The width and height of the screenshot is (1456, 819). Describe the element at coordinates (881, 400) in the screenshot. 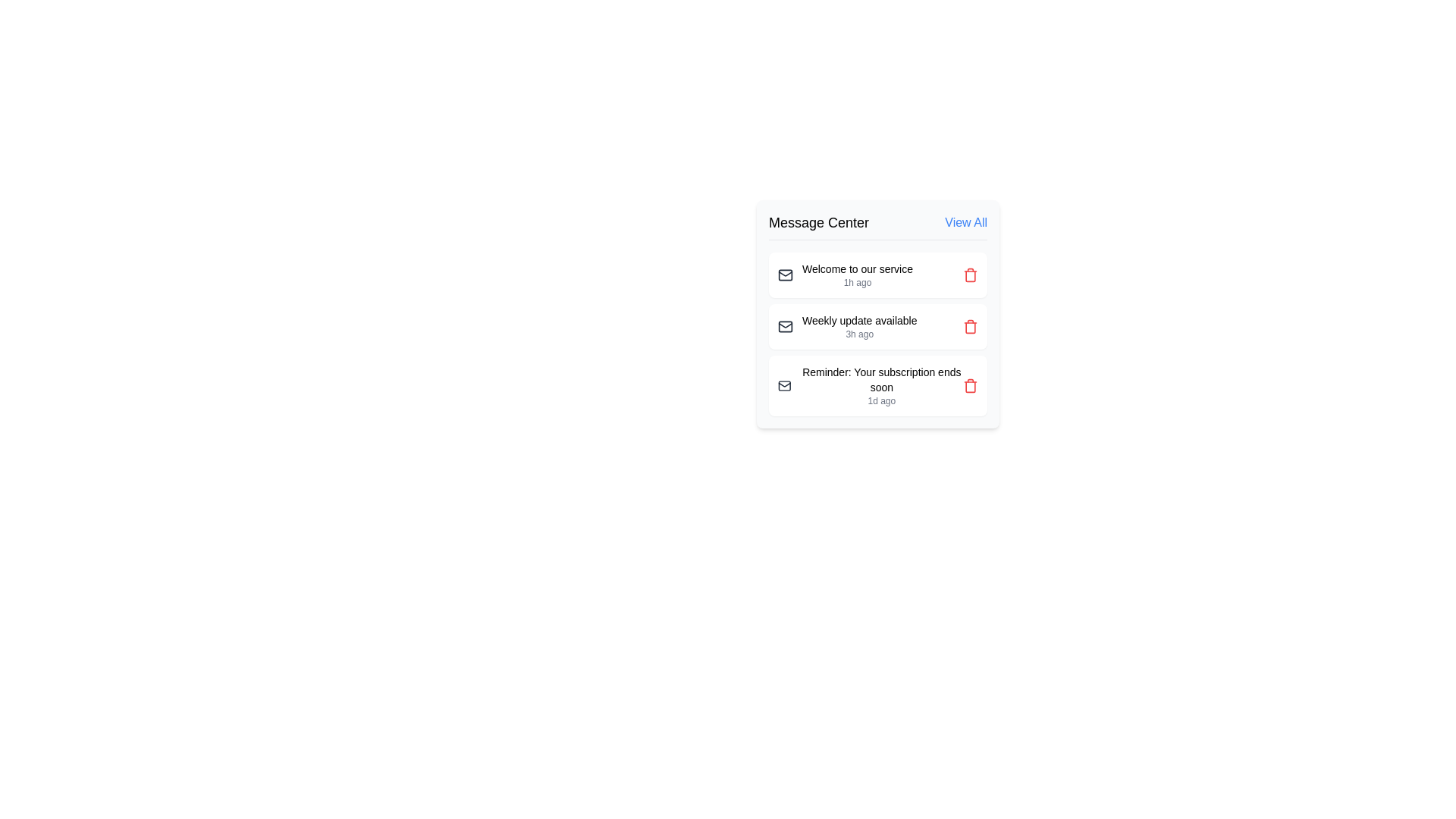

I see `the text label reading '1d ago' in light gray color, located beneath the notification message 'Reminder: Your subscription ends soon' in the 'Message Center' section` at that location.